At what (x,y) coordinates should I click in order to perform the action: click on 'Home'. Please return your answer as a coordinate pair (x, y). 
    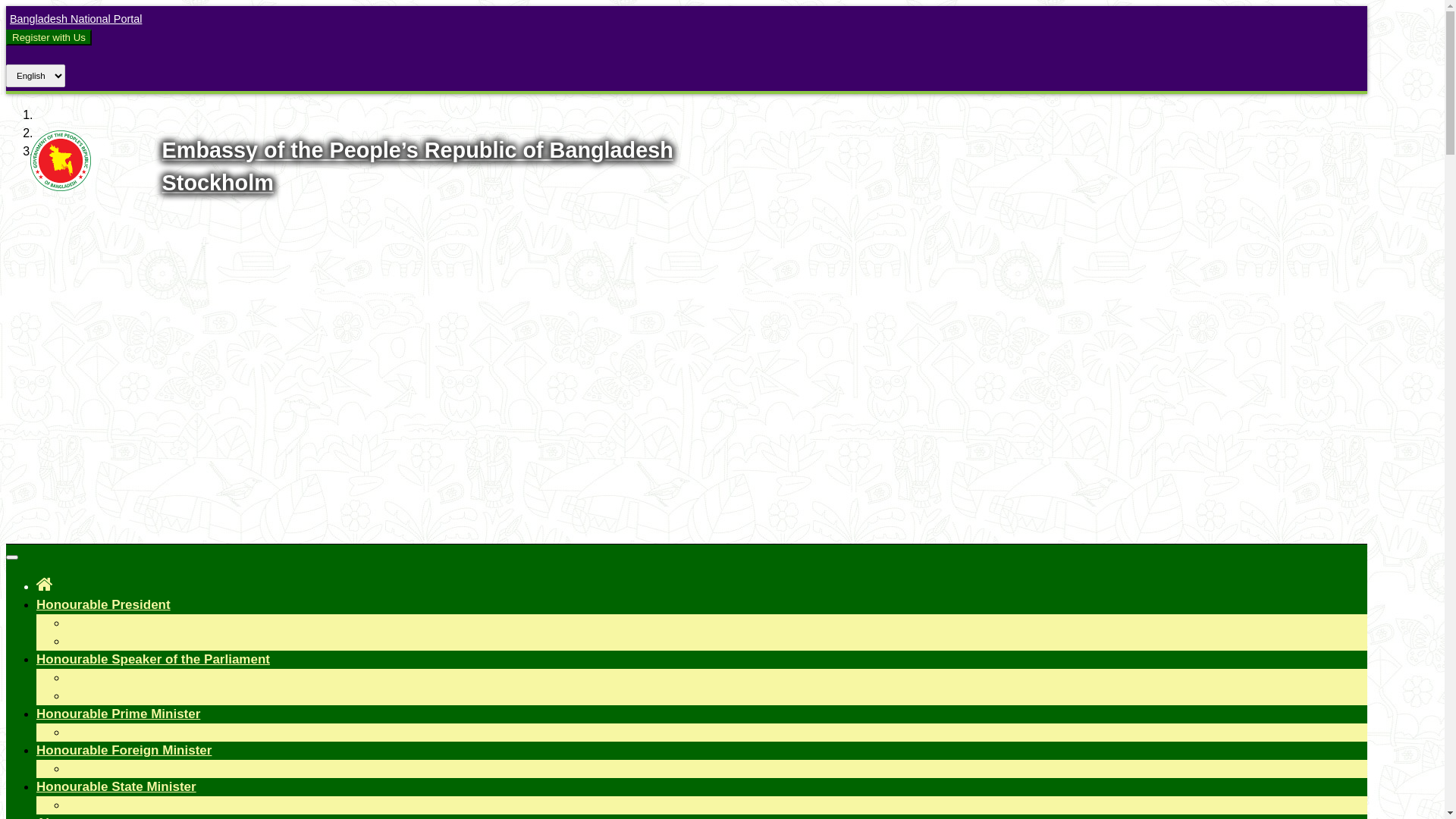
    Looking at the image, I should click on (44, 583).